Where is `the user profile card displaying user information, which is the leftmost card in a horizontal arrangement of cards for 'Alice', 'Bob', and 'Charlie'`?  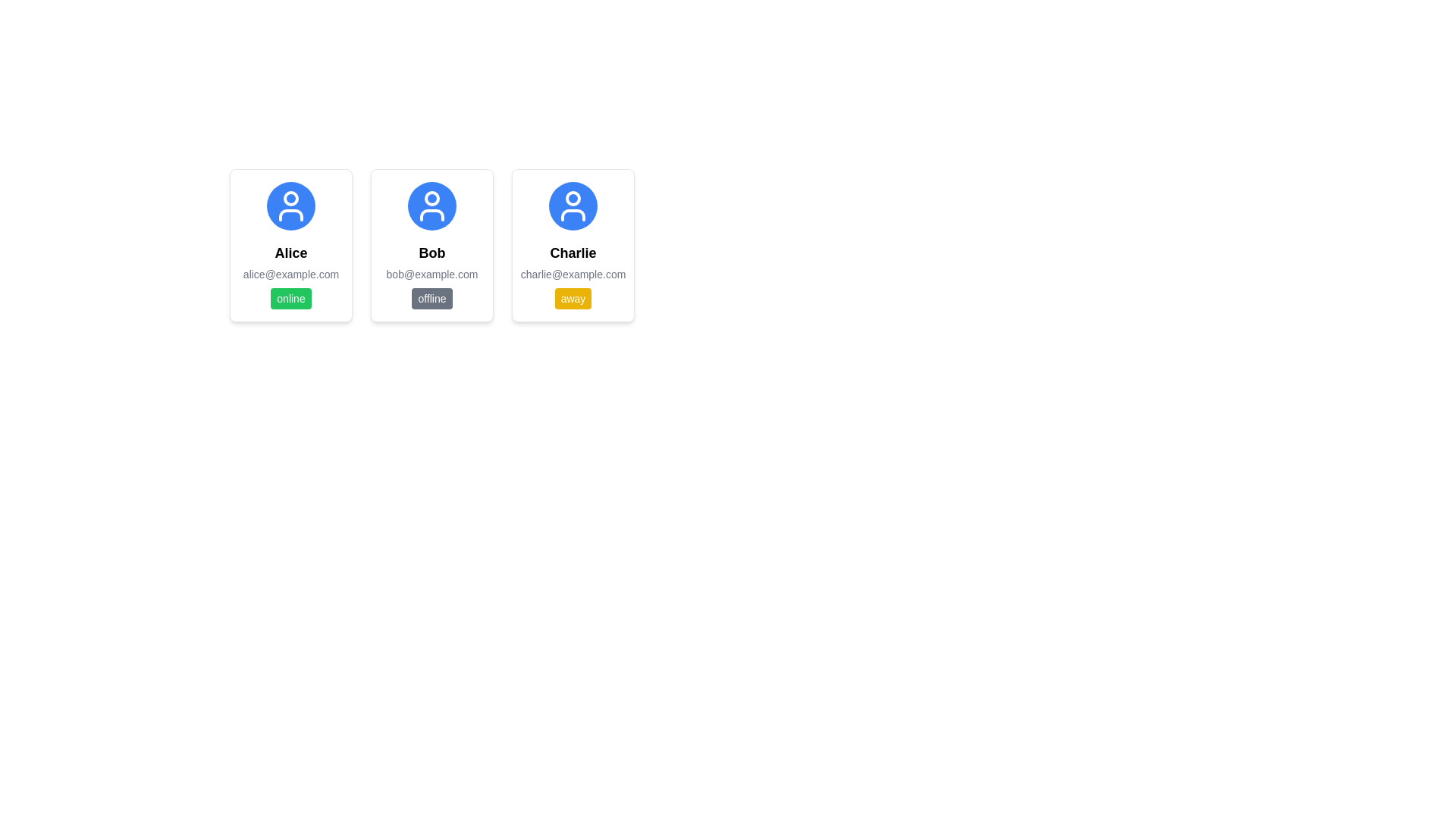 the user profile card displaying user information, which is the leftmost card in a horizontal arrangement of cards for 'Alice', 'Bob', and 'Charlie' is located at coordinates (291, 245).